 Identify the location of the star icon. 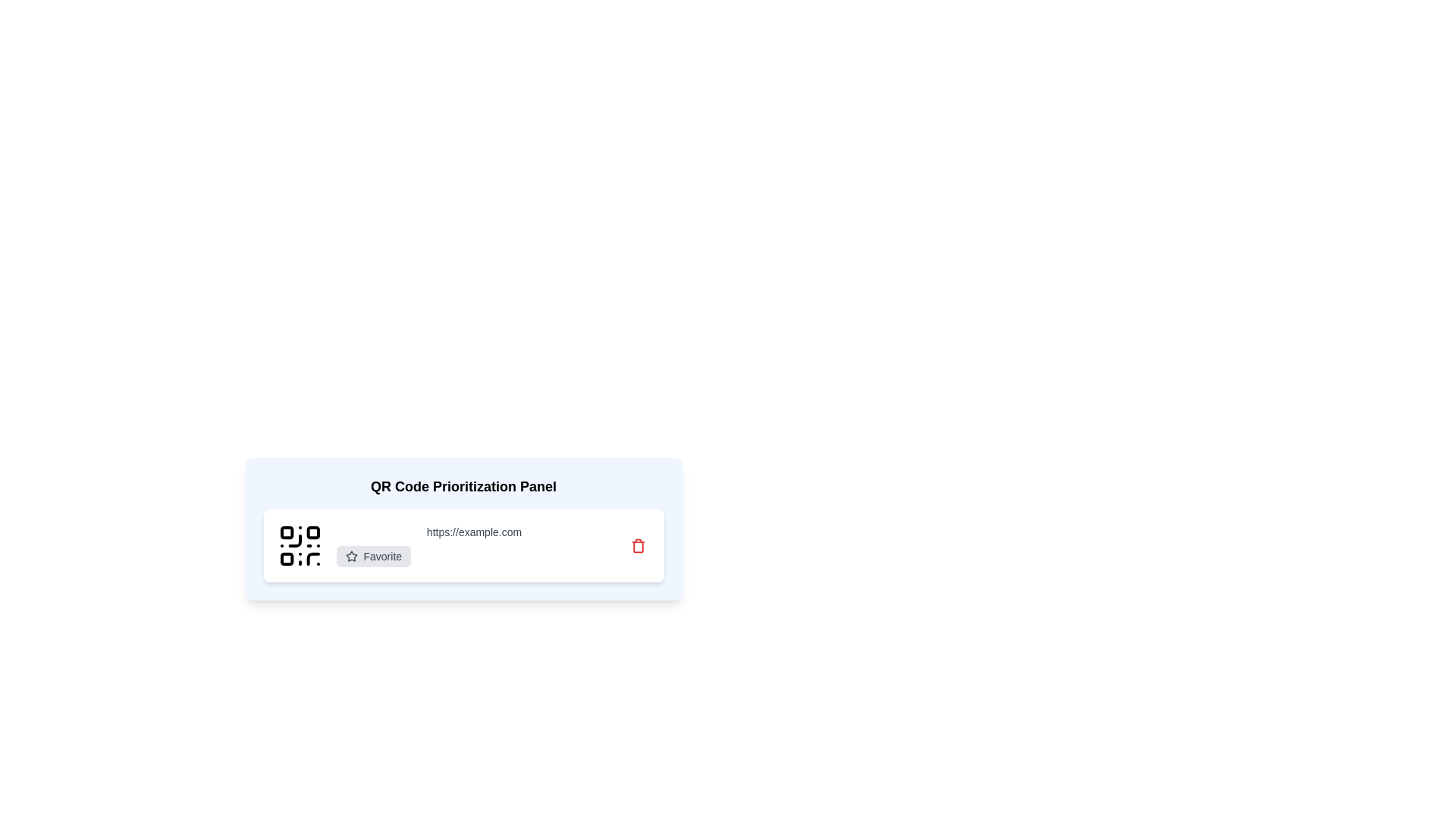
(350, 556).